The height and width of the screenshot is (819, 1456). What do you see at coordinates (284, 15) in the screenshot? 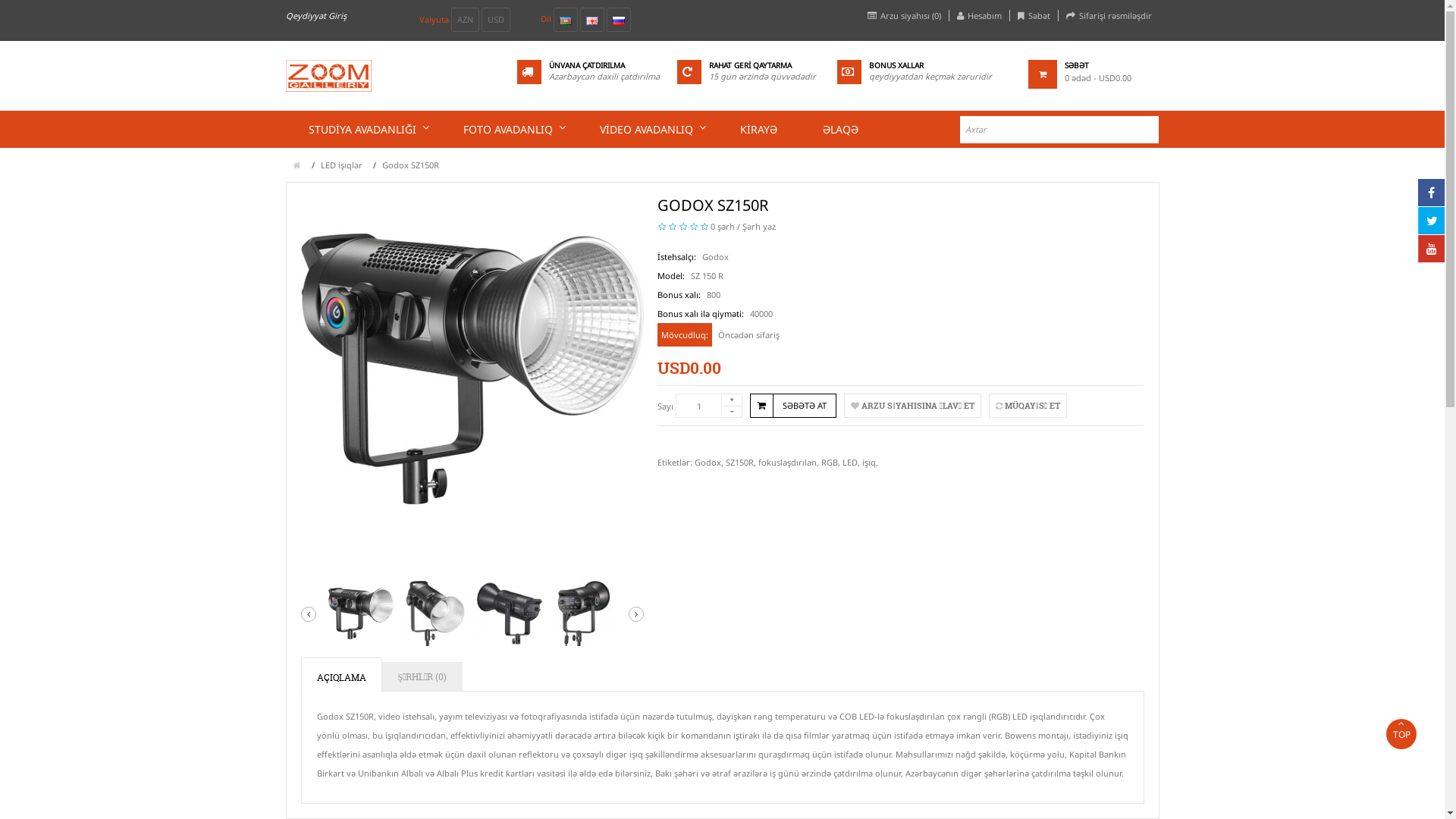
I see `'Qeydiyyat'` at bounding box center [284, 15].